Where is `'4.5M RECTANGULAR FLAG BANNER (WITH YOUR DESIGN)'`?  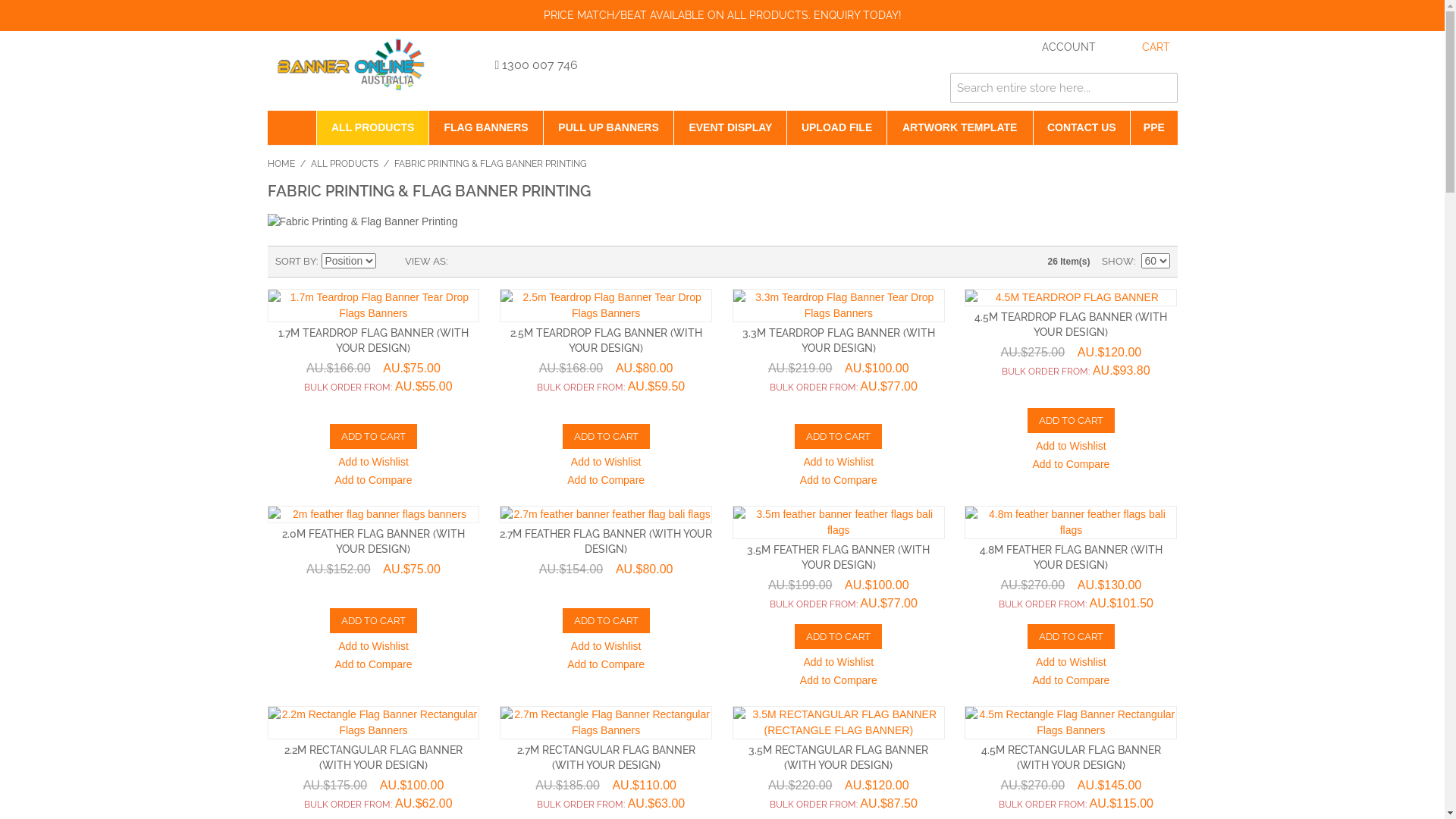 '4.5M RECTANGULAR FLAG BANNER (WITH YOUR DESIGN)' is located at coordinates (1070, 758).